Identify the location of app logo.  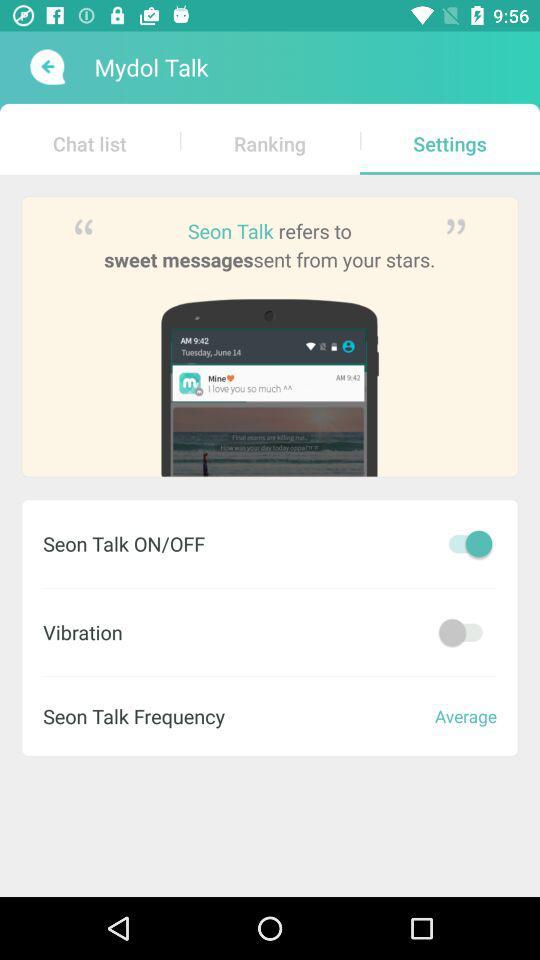
(45, 67).